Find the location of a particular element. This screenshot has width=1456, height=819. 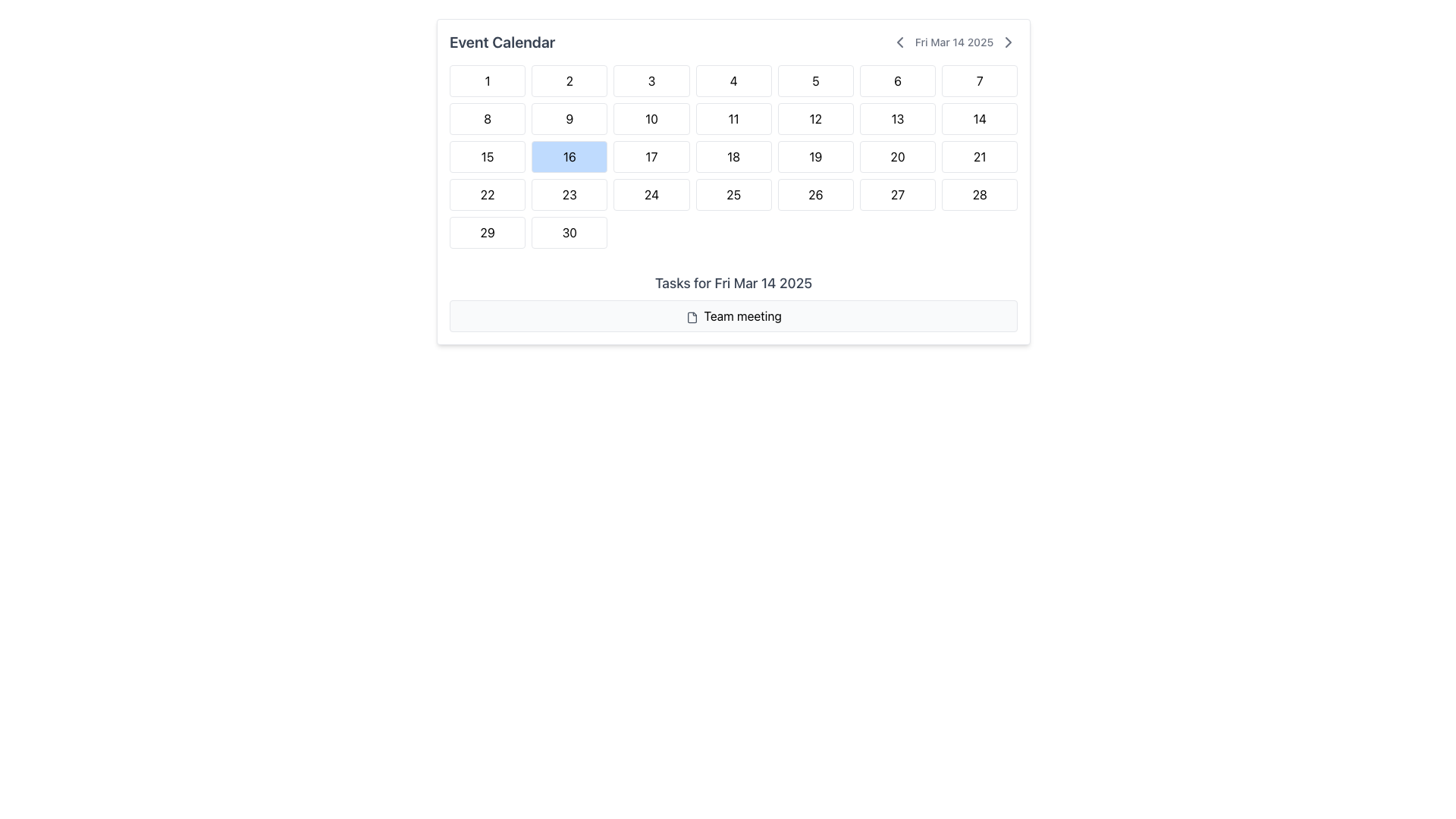

the calendar cell representing the day '18' in the monthly calendar view, located in the fourth column of the third row is located at coordinates (733, 157).